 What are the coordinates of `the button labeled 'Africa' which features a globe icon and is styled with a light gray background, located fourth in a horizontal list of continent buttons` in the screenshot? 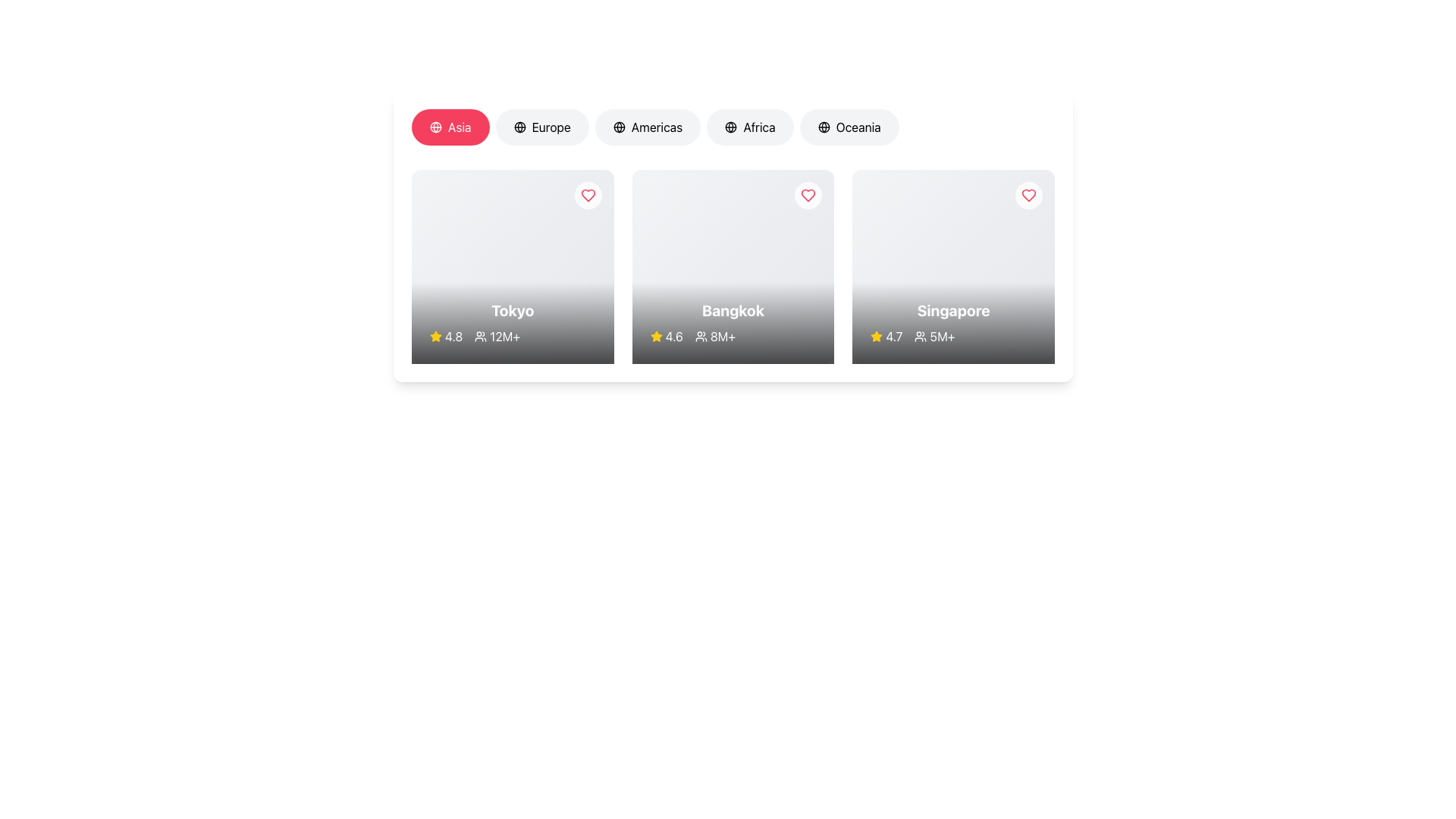 It's located at (750, 127).